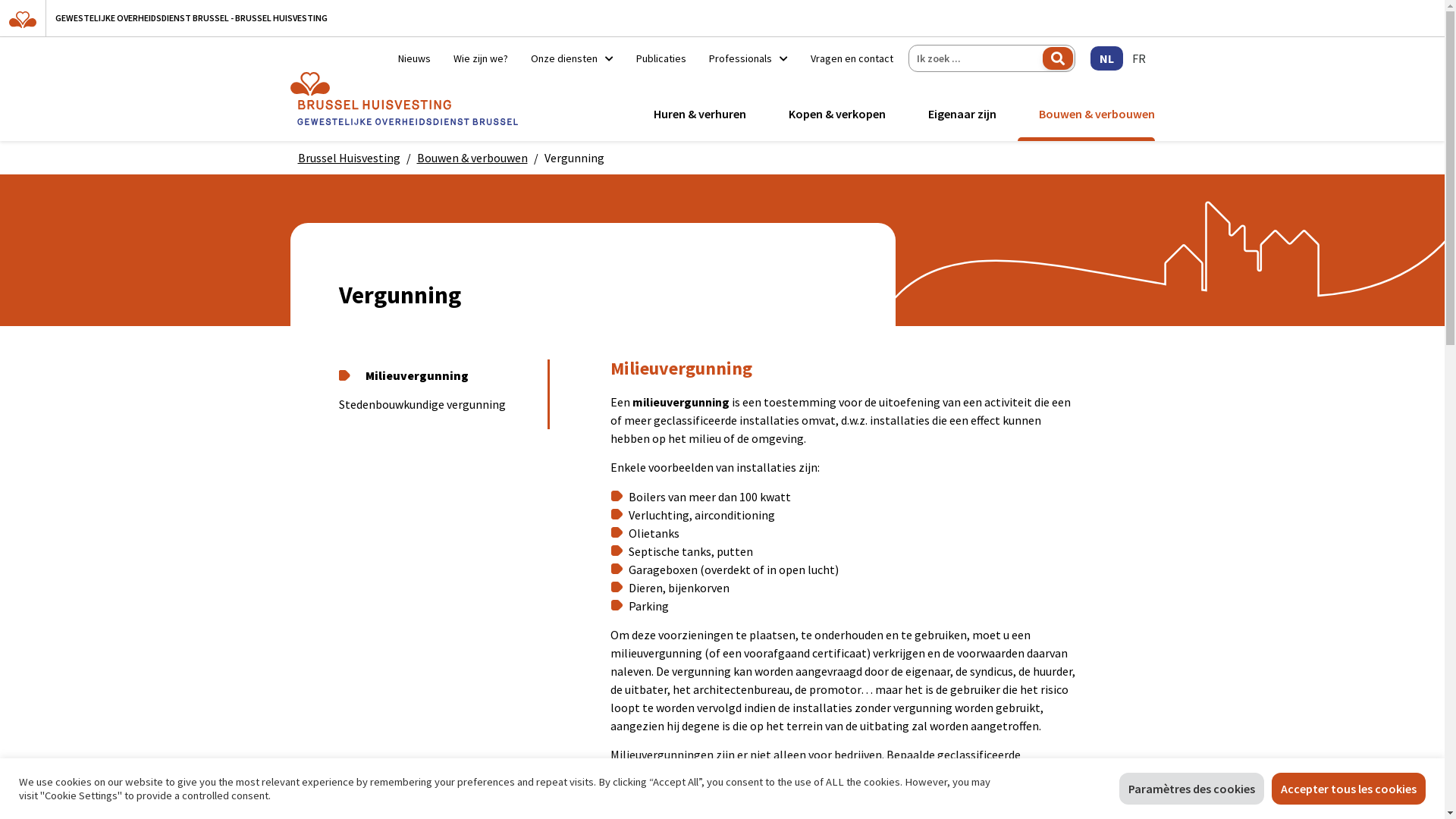 This screenshot has width=1456, height=819. What do you see at coordinates (846, 58) in the screenshot?
I see `'Vragen en contact'` at bounding box center [846, 58].